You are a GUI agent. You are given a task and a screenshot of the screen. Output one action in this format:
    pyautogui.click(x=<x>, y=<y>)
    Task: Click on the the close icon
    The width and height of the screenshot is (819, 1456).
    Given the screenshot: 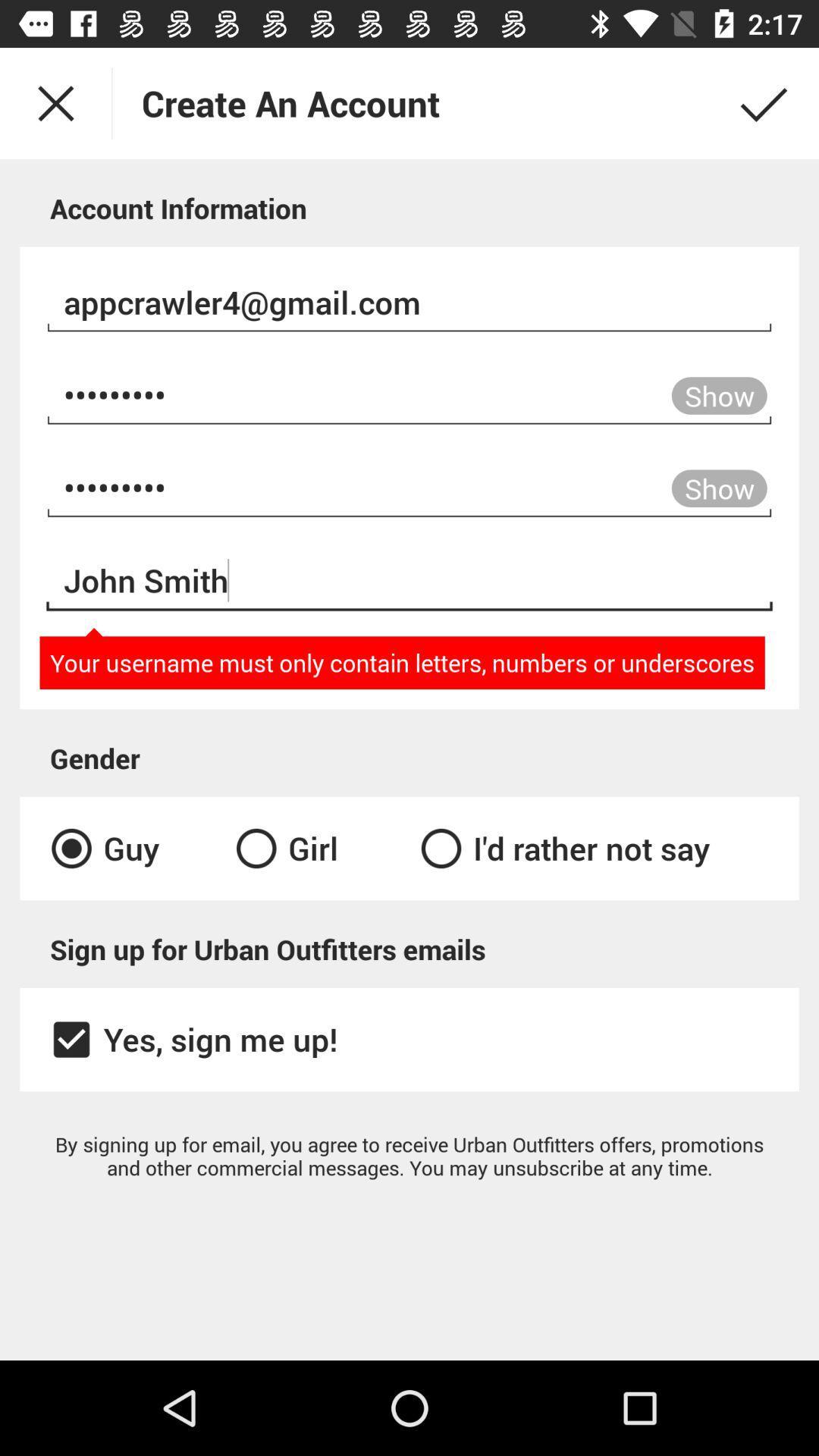 What is the action you would take?
    pyautogui.click(x=55, y=102)
    